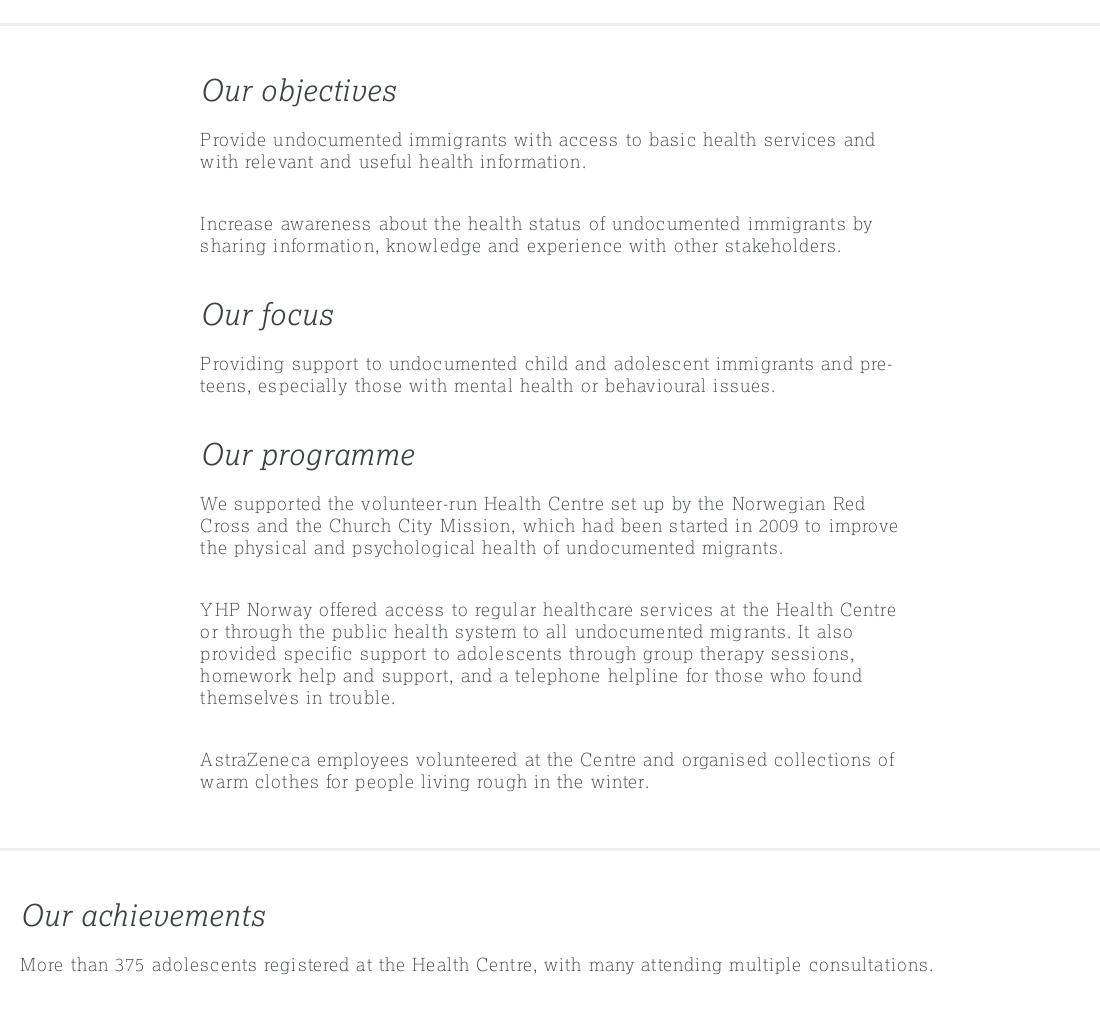 This screenshot has width=1100, height=1012. I want to click on 'AstraZeneca employees volunteered at the Centre and organised collections of warm clothes for people living rough in the winter.', so click(547, 769).